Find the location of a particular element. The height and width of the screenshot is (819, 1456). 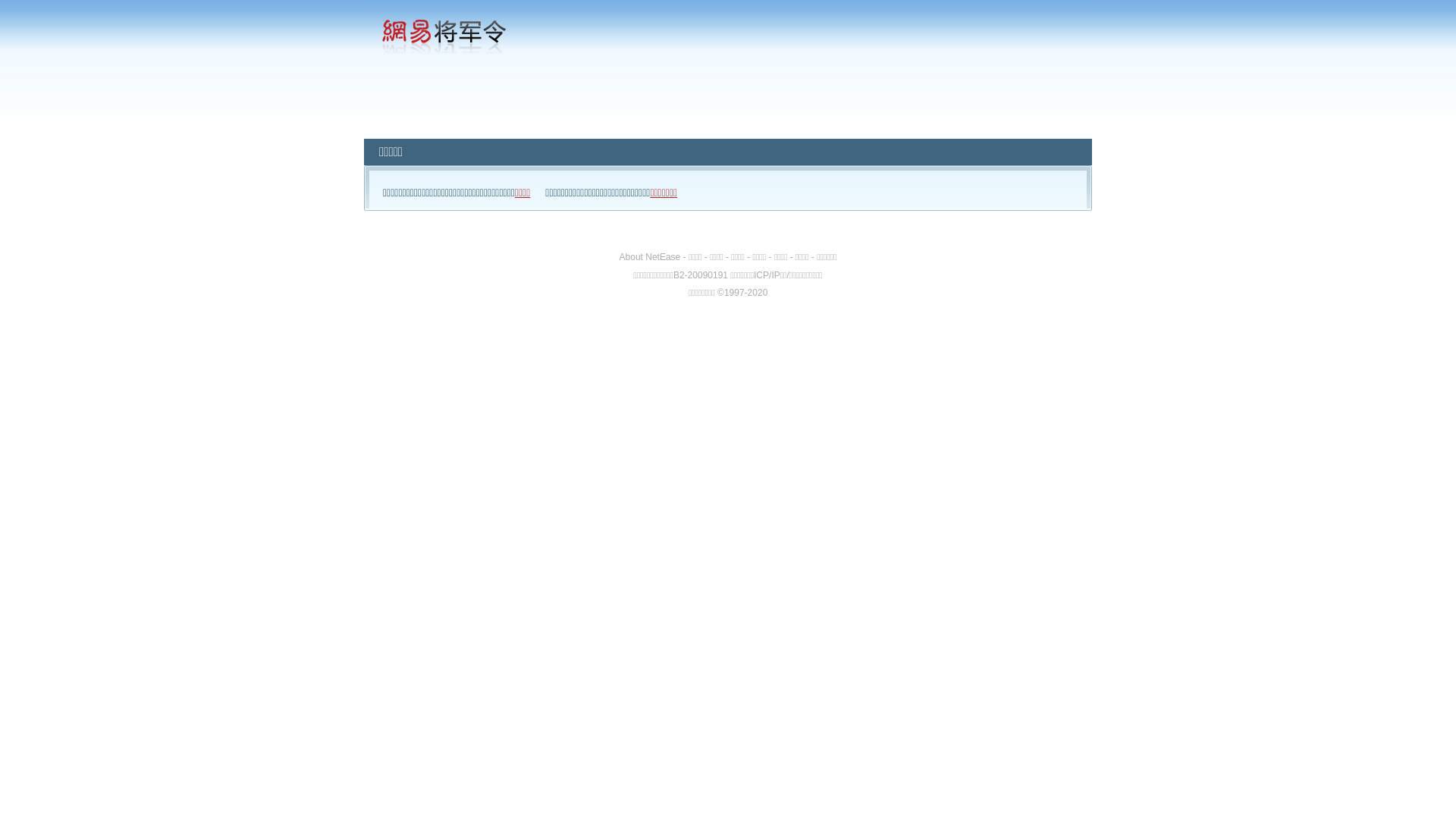

'About NetEase' is located at coordinates (650, 256).